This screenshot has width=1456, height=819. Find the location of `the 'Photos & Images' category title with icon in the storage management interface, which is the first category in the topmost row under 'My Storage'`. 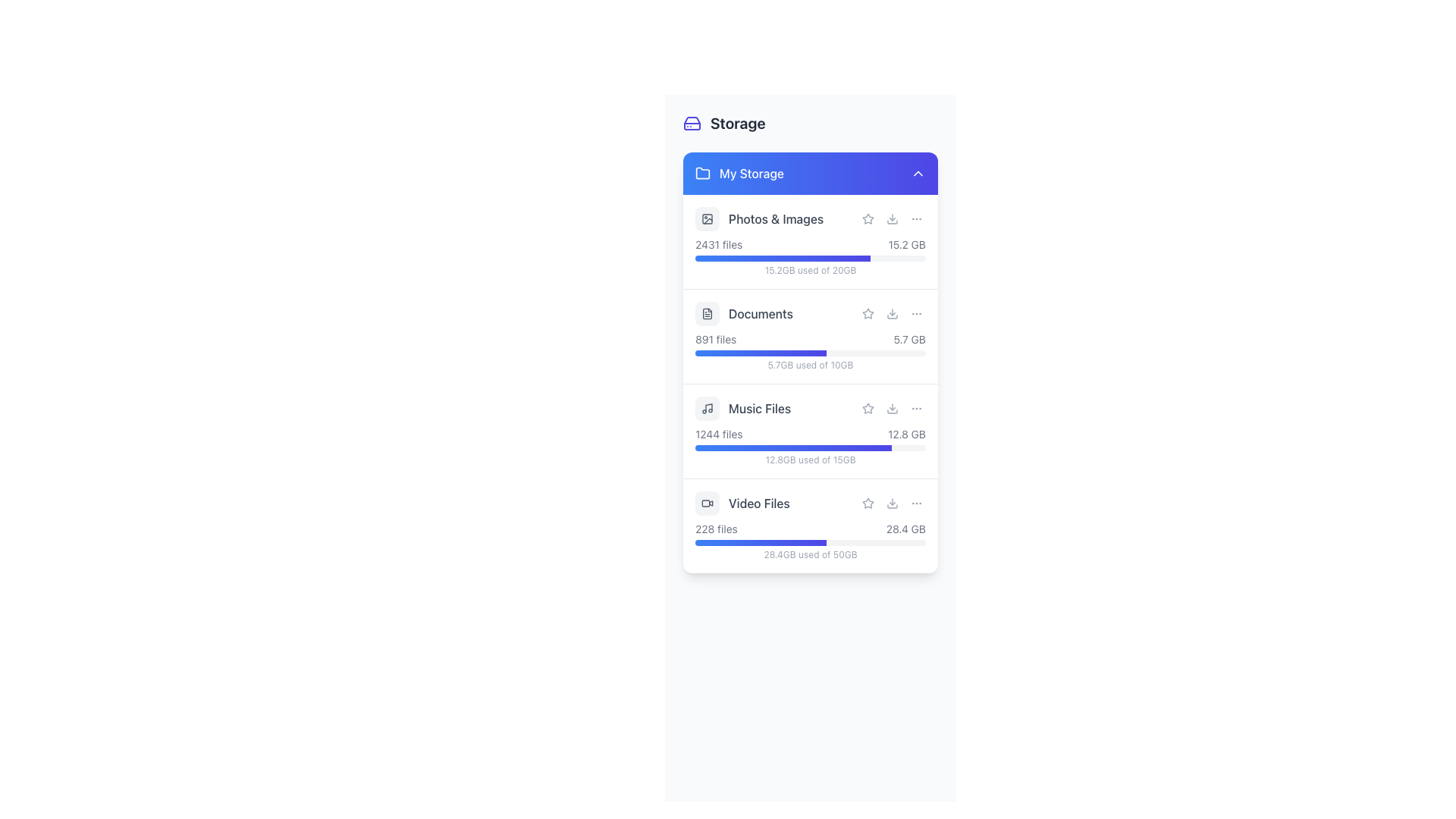

the 'Photos & Images' category title with icon in the storage management interface, which is the first category in the topmost row under 'My Storage' is located at coordinates (810, 219).